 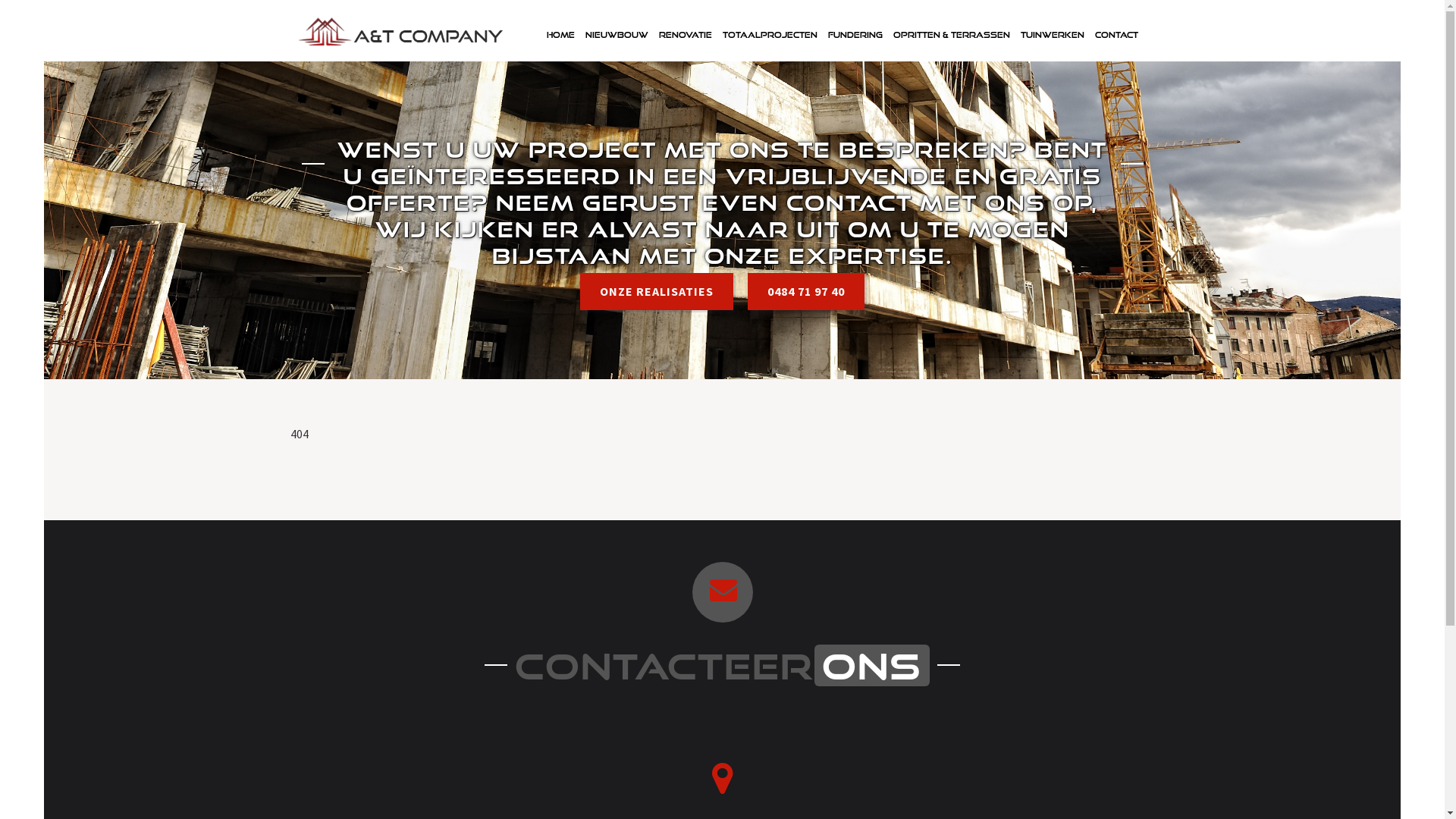 What do you see at coordinates (747, 291) in the screenshot?
I see `'0484 71 97 40'` at bounding box center [747, 291].